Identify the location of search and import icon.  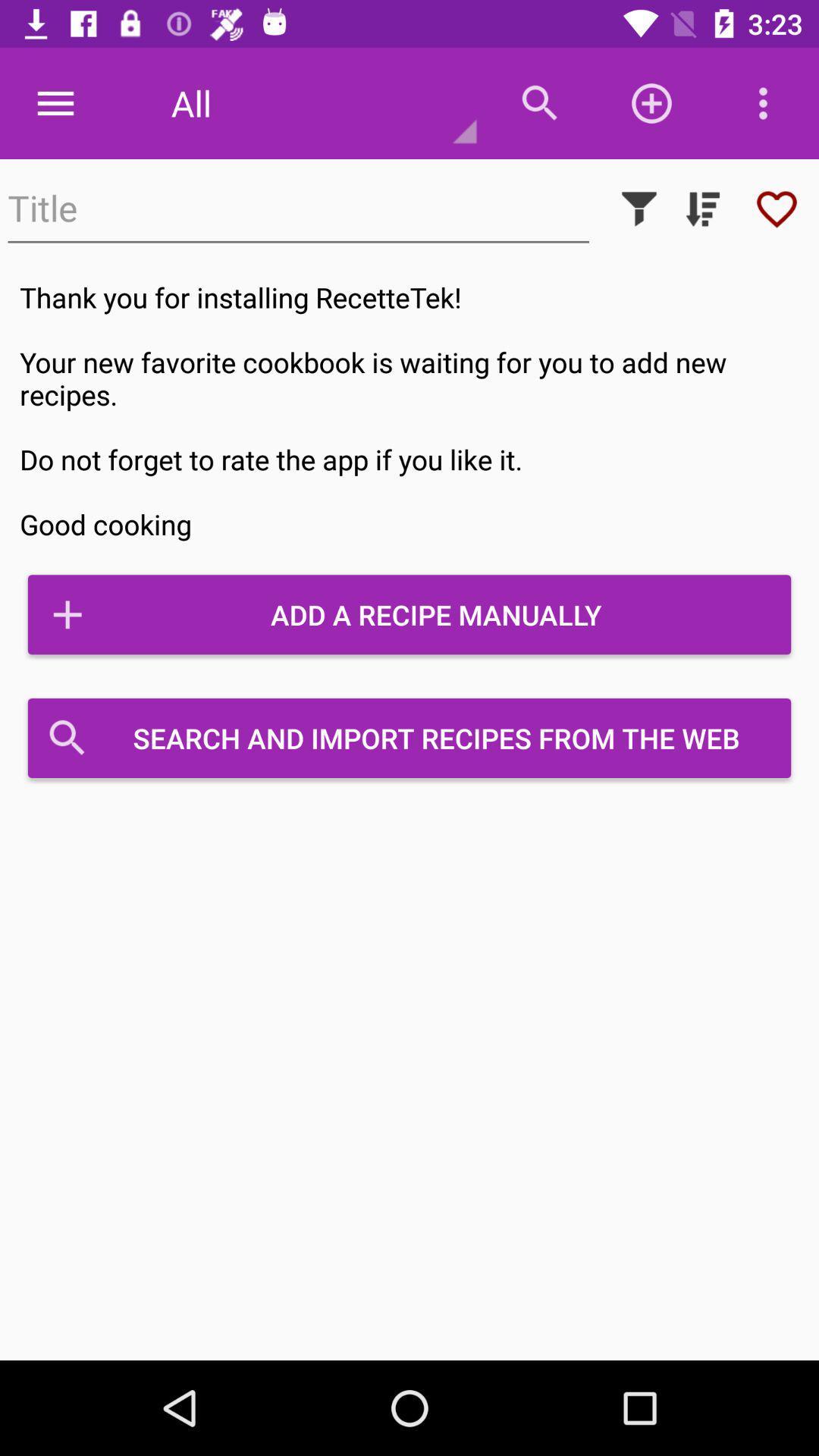
(409, 738).